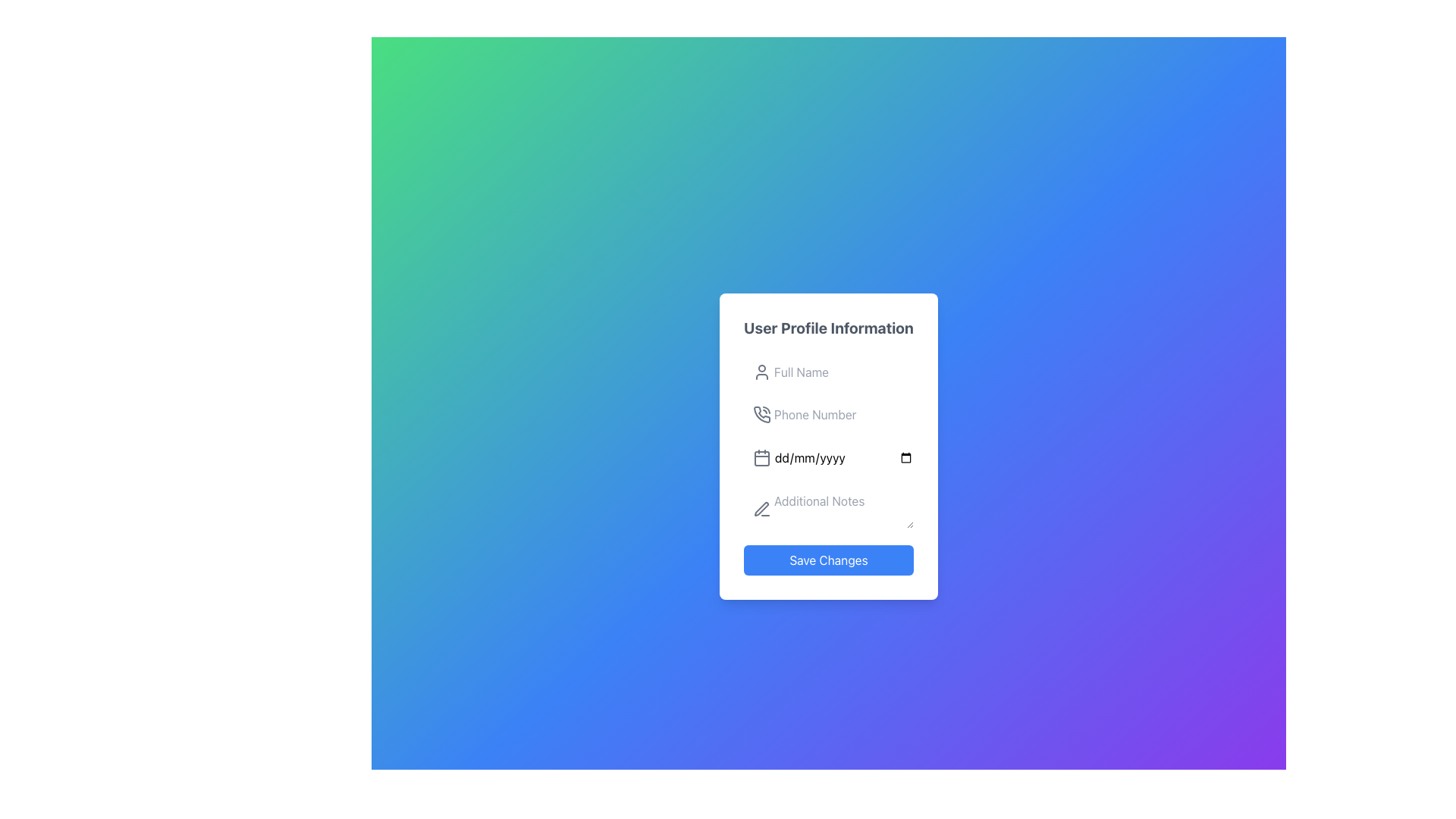 The width and height of the screenshot is (1456, 819). Describe the element at coordinates (761, 457) in the screenshot. I see `the calendar icon located on the left side of the date of birth input field` at that location.